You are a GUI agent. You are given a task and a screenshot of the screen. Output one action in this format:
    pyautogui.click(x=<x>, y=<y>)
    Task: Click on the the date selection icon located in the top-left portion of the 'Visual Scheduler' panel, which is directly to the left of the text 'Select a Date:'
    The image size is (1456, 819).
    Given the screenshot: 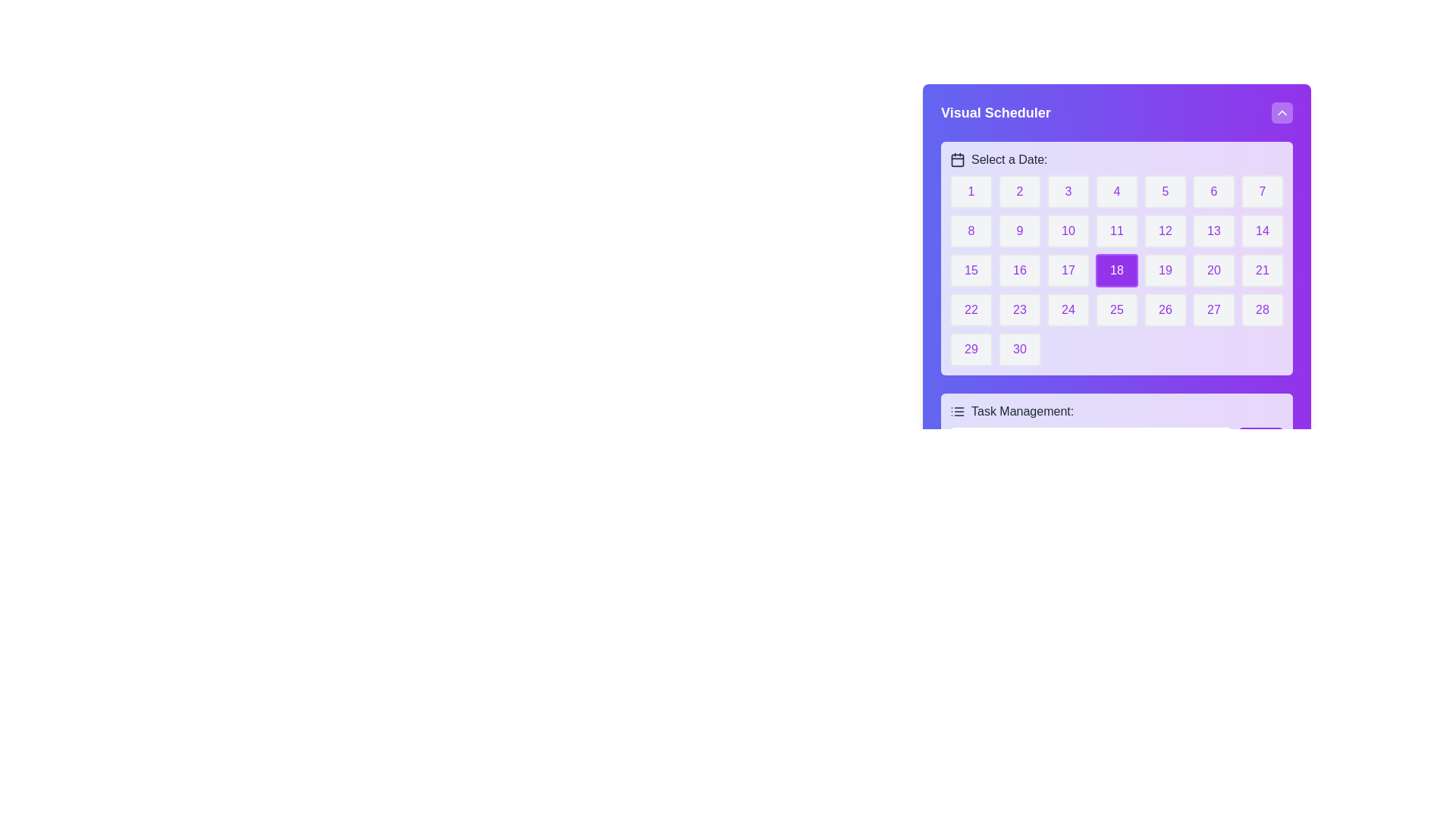 What is the action you would take?
    pyautogui.click(x=956, y=160)
    